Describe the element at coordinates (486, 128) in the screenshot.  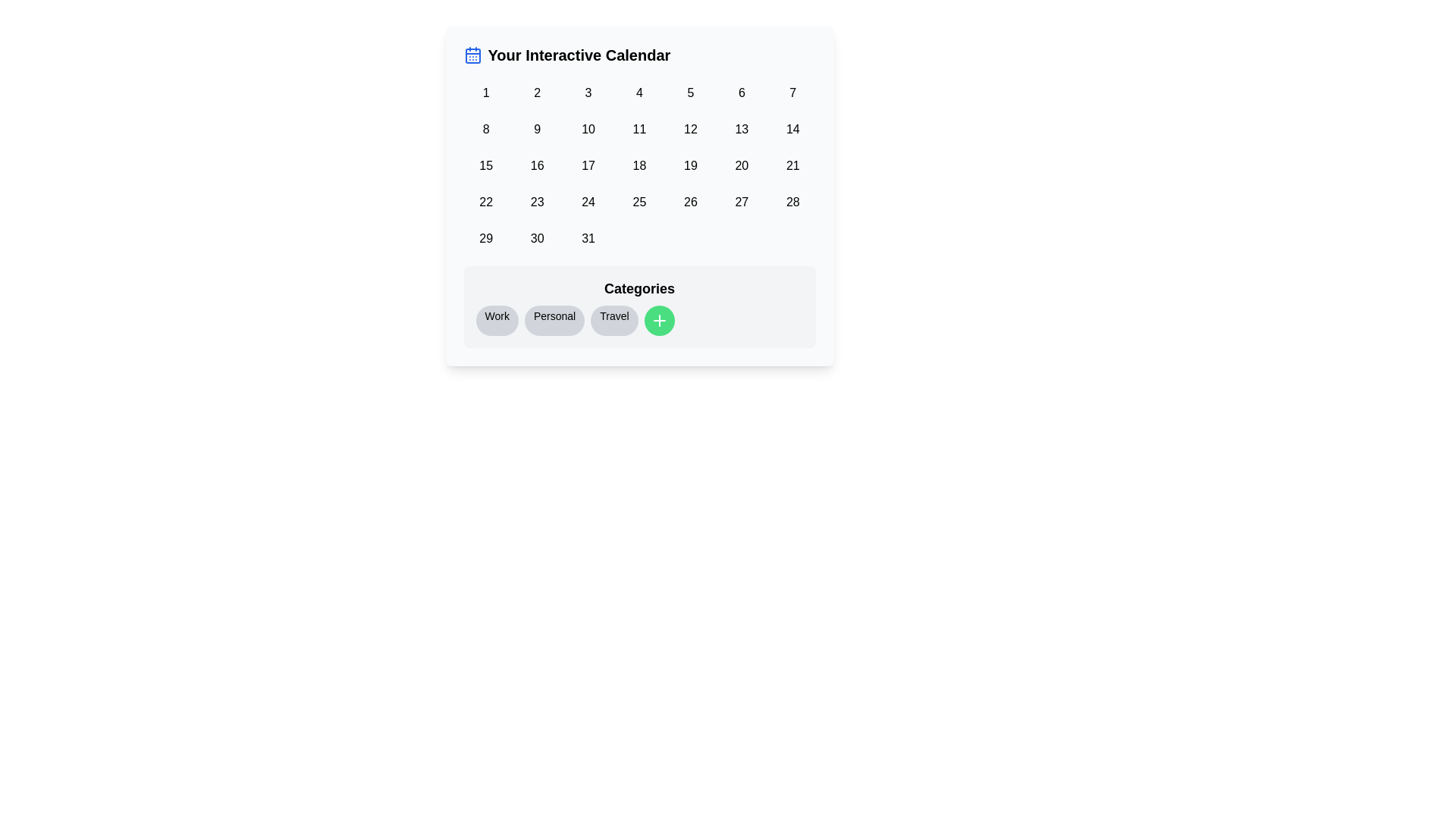
I see `the button representing the 8th day in the calendar` at that location.